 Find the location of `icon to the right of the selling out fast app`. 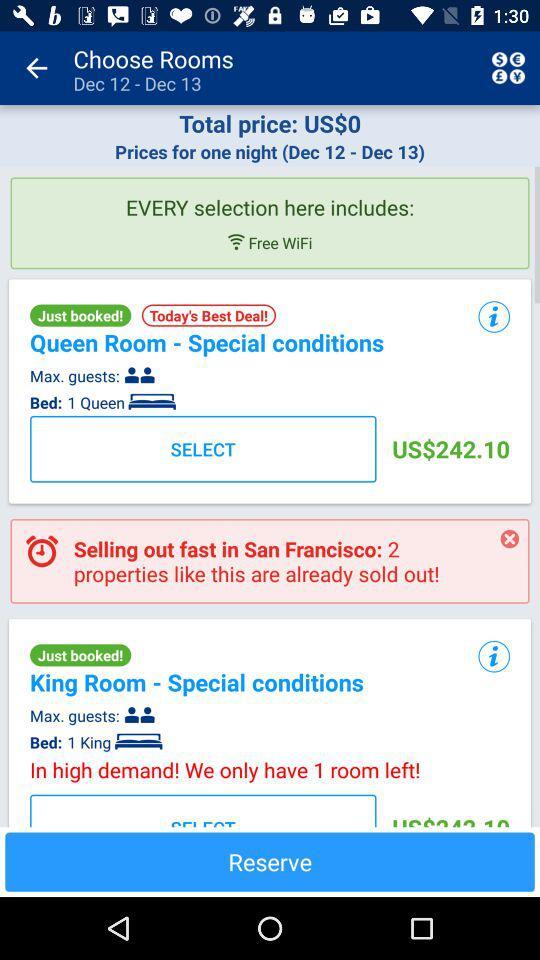

icon to the right of the selling out fast app is located at coordinates (509, 538).